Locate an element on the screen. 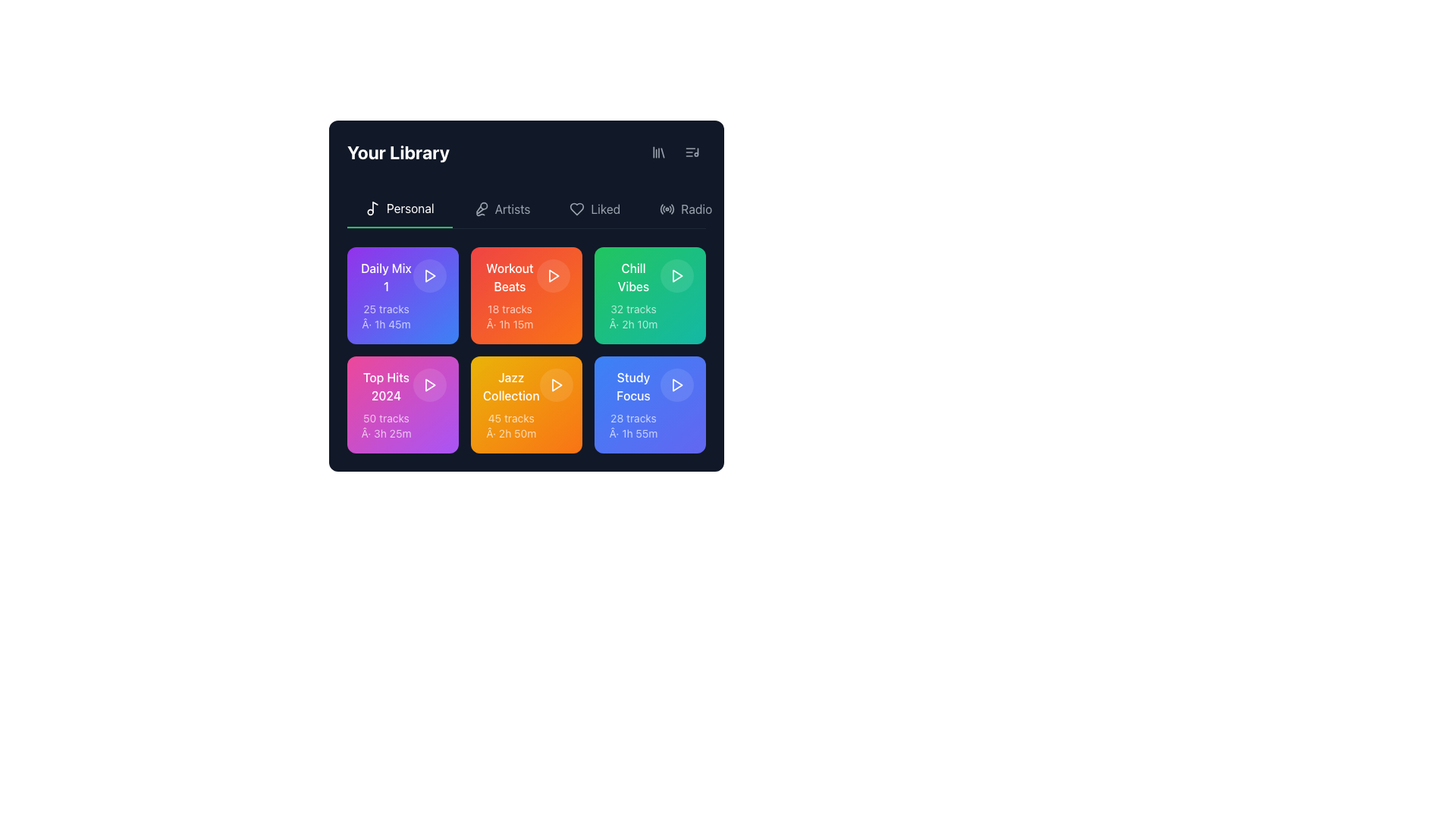  the Text label displaying '45 tracks Â· 2h 50m' located below the title 'Jazz Collection' in the colorful card layout of the 'Your Library' interface is located at coordinates (511, 426).